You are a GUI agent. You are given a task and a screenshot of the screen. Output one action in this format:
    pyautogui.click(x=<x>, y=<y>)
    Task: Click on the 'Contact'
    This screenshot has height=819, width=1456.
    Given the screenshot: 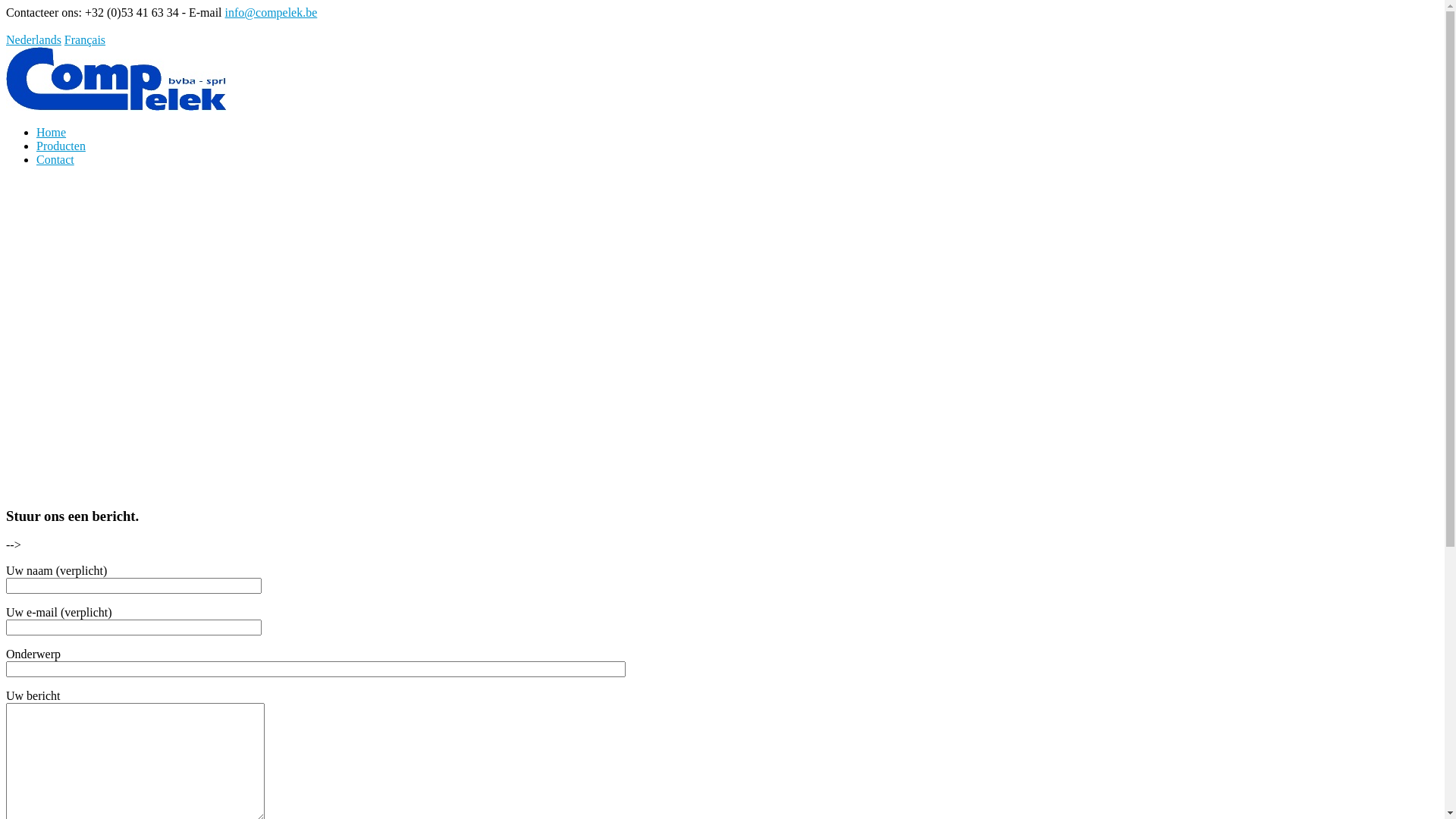 What is the action you would take?
    pyautogui.click(x=55, y=159)
    